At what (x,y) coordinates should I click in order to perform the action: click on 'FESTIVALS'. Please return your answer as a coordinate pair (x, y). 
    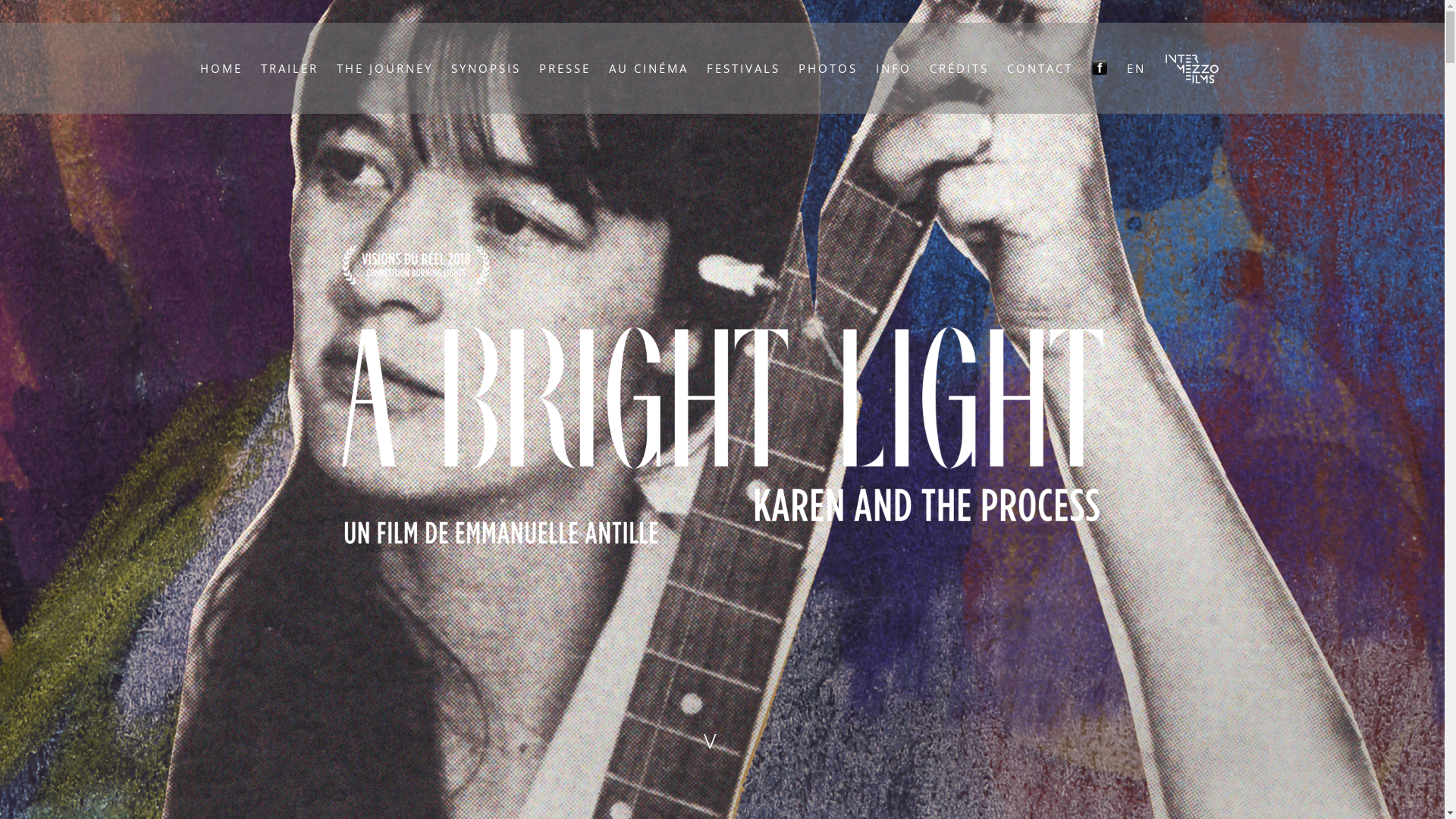
    Looking at the image, I should click on (743, 67).